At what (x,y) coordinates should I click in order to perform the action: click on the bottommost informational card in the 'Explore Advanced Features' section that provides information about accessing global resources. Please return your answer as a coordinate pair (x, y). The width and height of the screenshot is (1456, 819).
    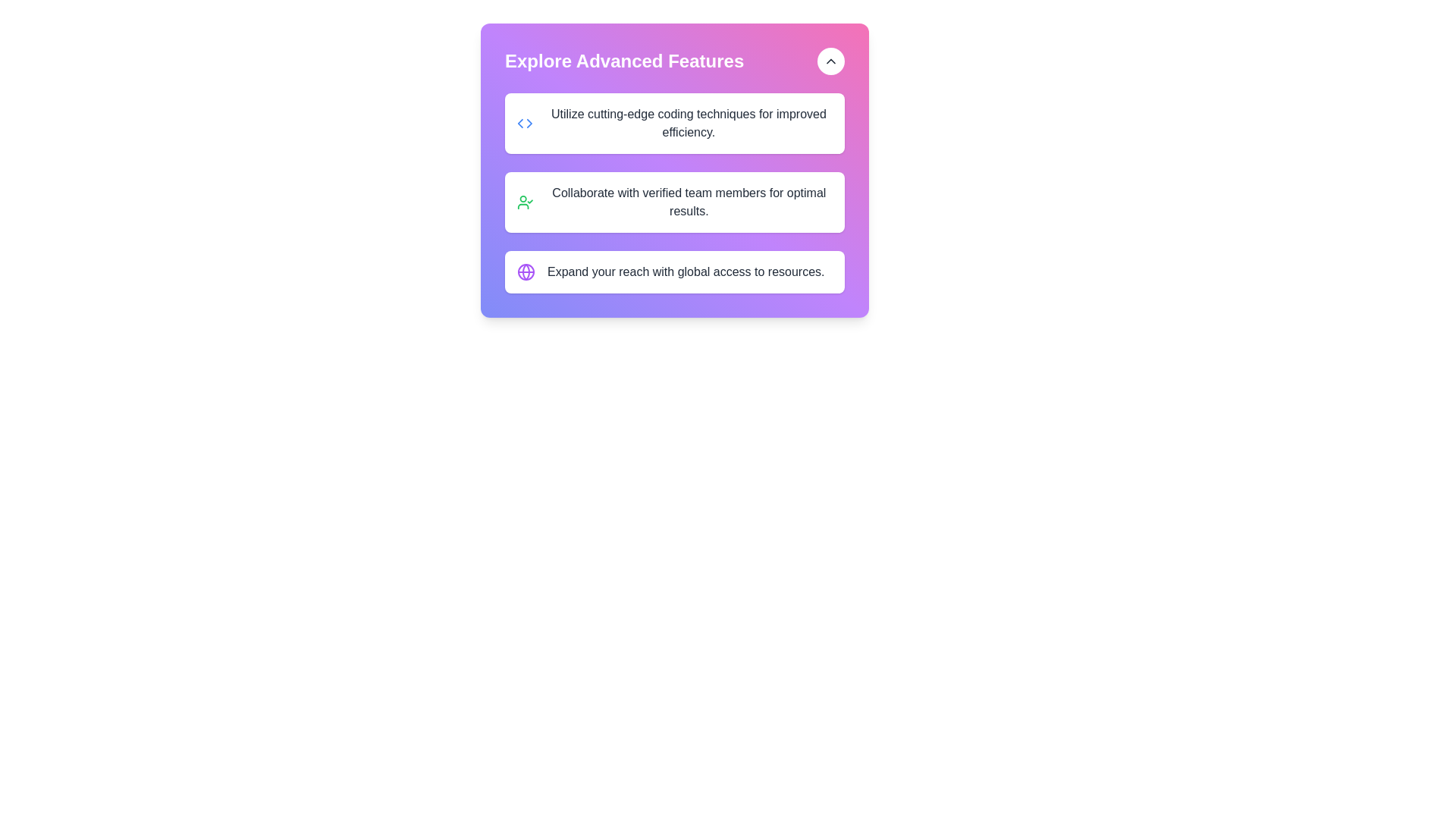
    Looking at the image, I should click on (673, 271).